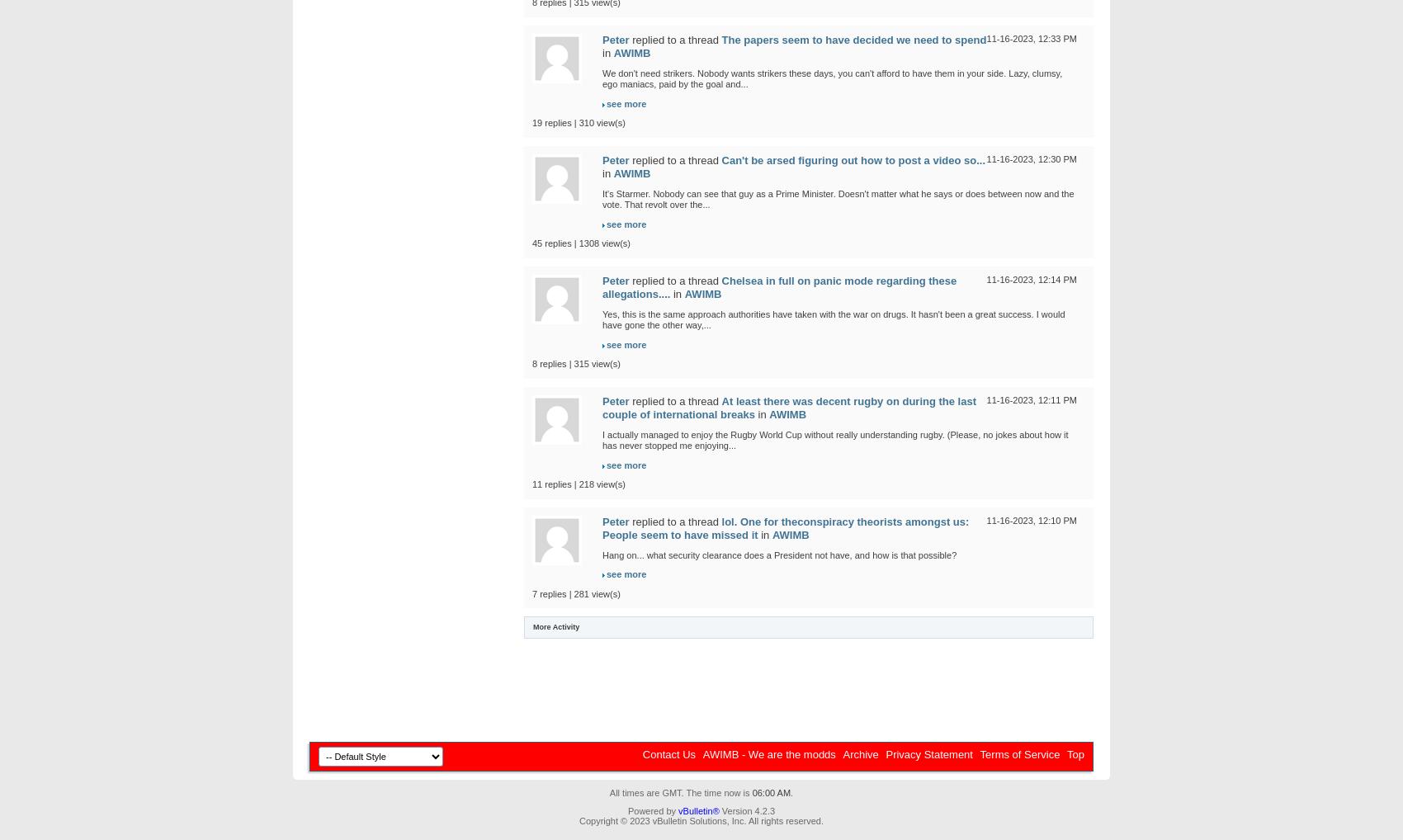  I want to click on '12:30 PM', so click(1036, 158).